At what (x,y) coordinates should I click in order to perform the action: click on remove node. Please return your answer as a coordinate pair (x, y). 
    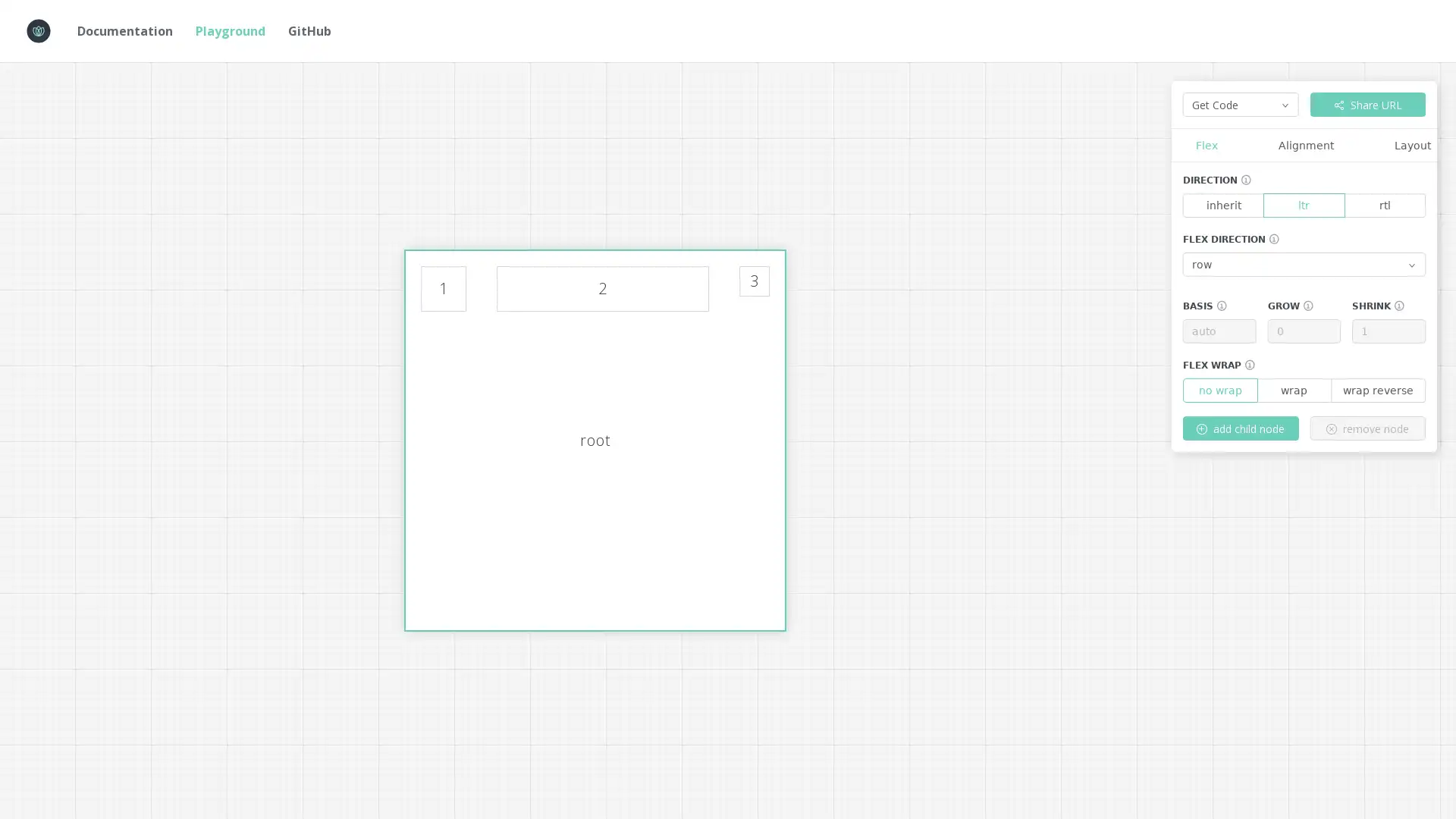
    Looking at the image, I should click on (1367, 428).